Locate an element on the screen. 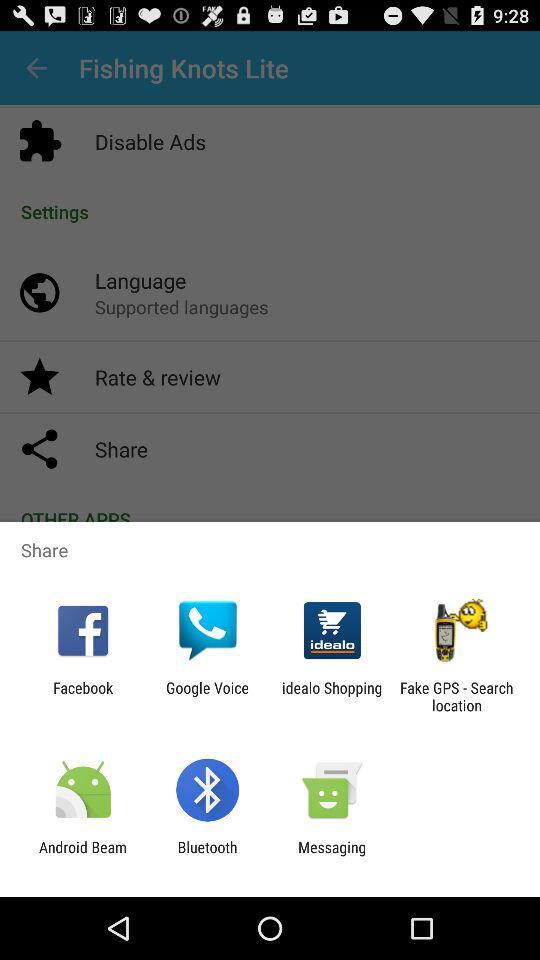  item to the right of the android beam app is located at coordinates (206, 855).